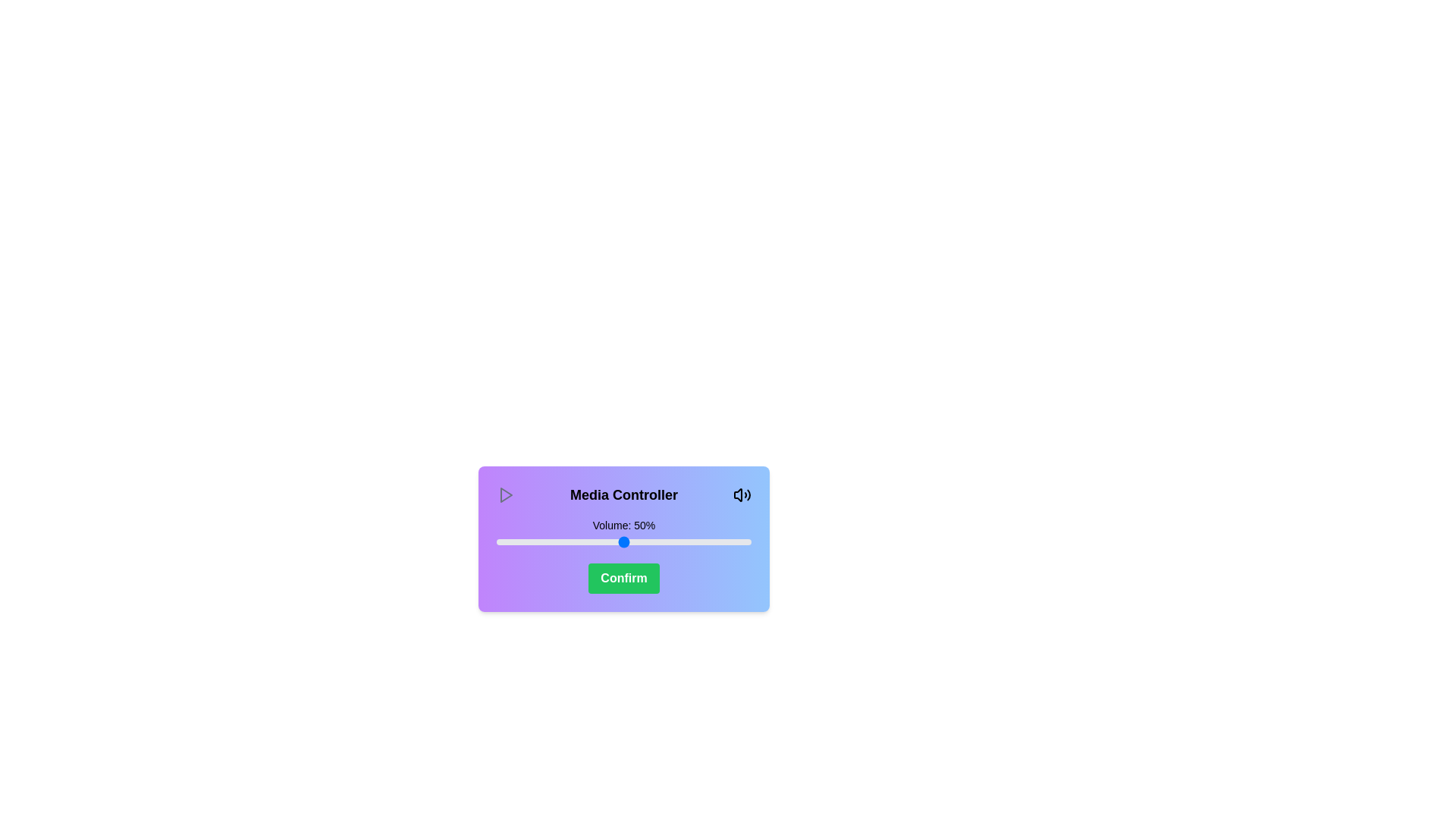 The height and width of the screenshot is (819, 1456). I want to click on the volume slider to 19%, so click(544, 541).